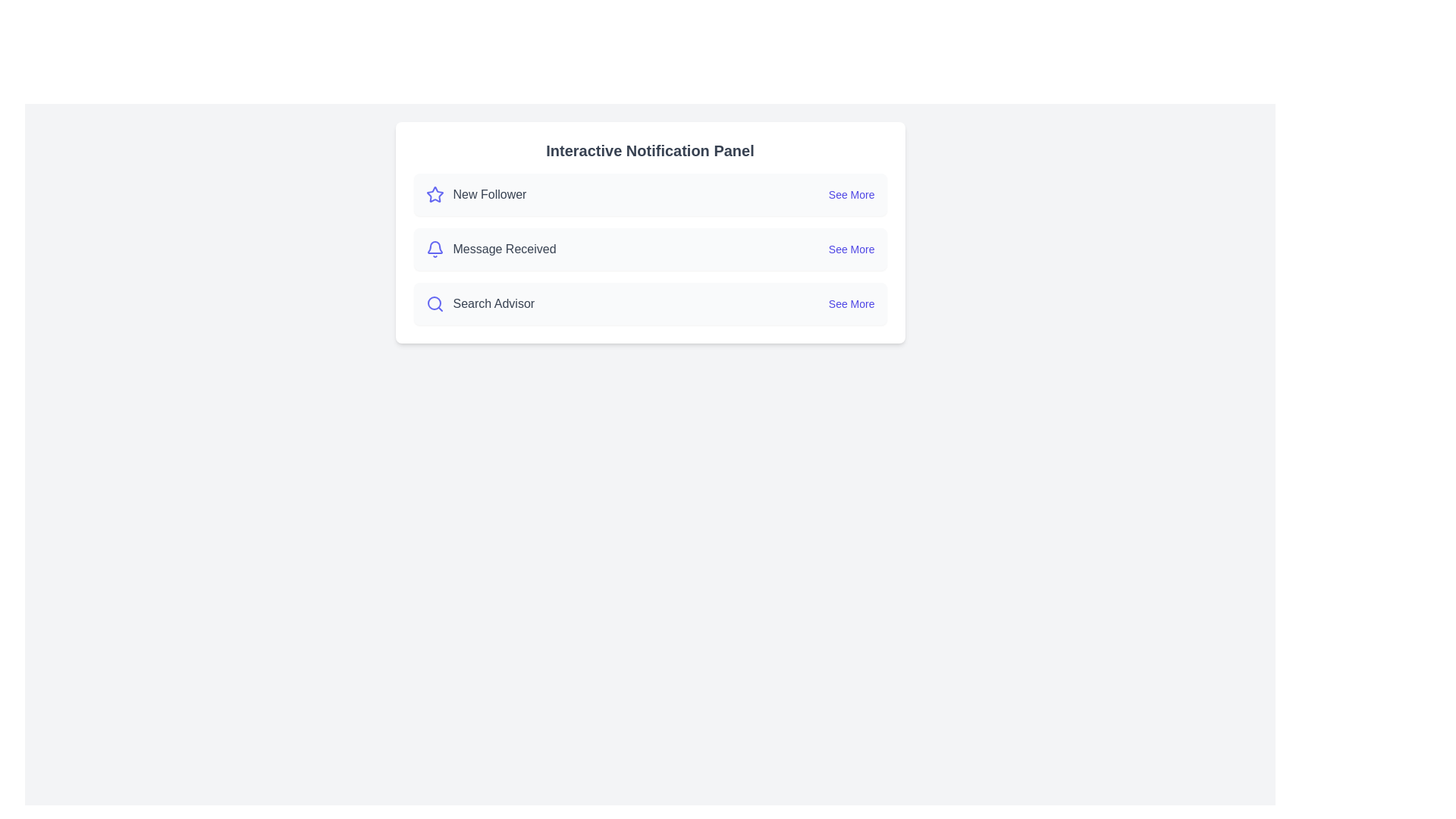 This screenshot has width=1456, height=819. I want to click on the star icon that indicates a 'New Follower' notification, located at the far left of the first row in the notification panel, adjacent to the 'New Follower' text, so click(434, 194).